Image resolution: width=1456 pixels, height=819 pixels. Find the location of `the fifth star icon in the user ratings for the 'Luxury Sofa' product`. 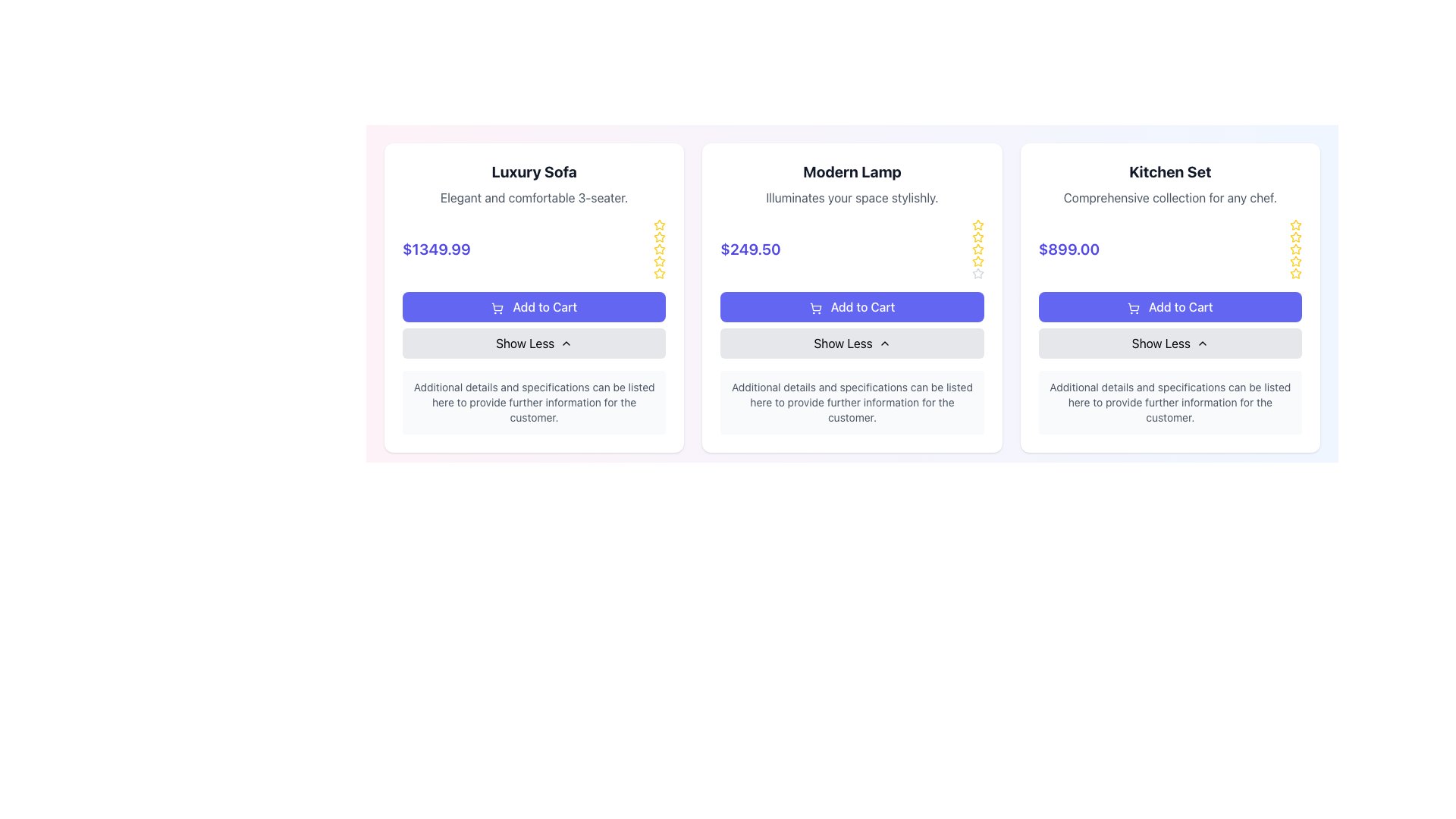

the fifth star icon in the user ratings for the 'Luxury Sofa' product is located at coordinates (660, 273).